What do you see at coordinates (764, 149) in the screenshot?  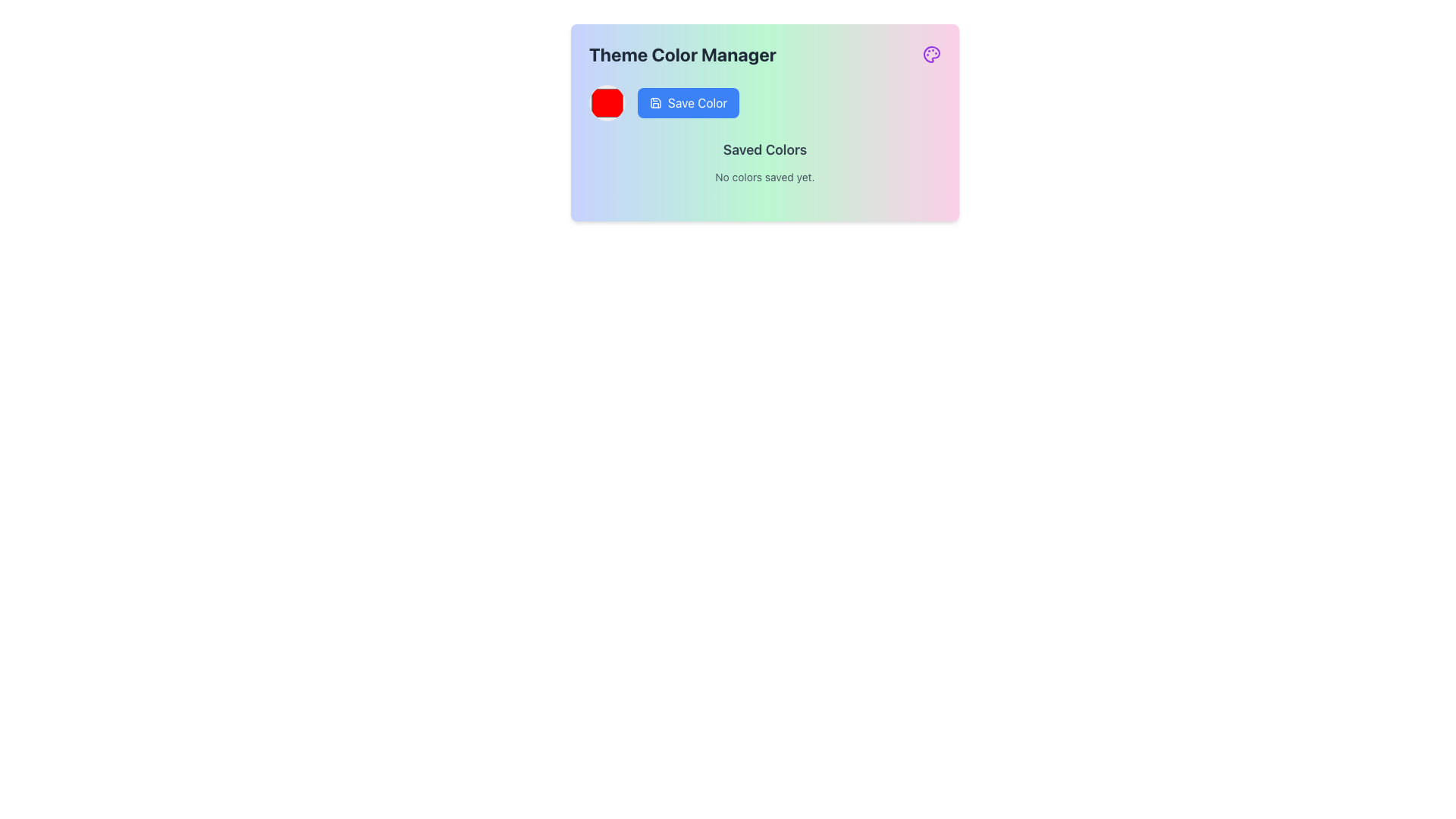 I see `the text label that reads 'Saved Colors', which is styled with a bold font, large size, and gray color, positioned centrally above the 'No colors saved yet.' text` at bounding box center [764, 149].